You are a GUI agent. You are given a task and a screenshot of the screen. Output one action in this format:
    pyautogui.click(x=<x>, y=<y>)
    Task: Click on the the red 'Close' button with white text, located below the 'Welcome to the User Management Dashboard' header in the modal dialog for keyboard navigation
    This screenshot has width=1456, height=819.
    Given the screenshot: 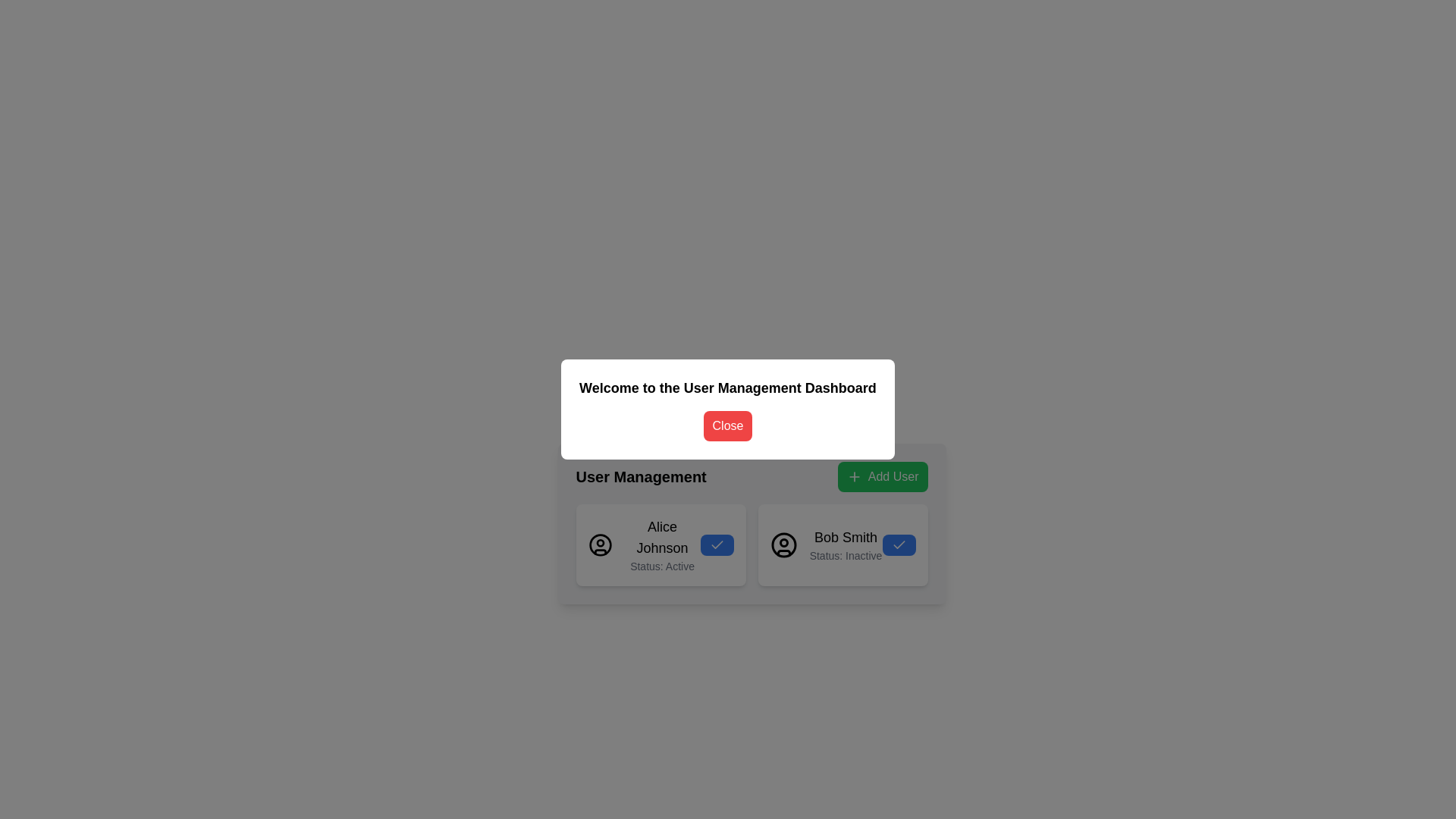 What is the action you would take?
    pyautogui.click(x=728, y=426)
    